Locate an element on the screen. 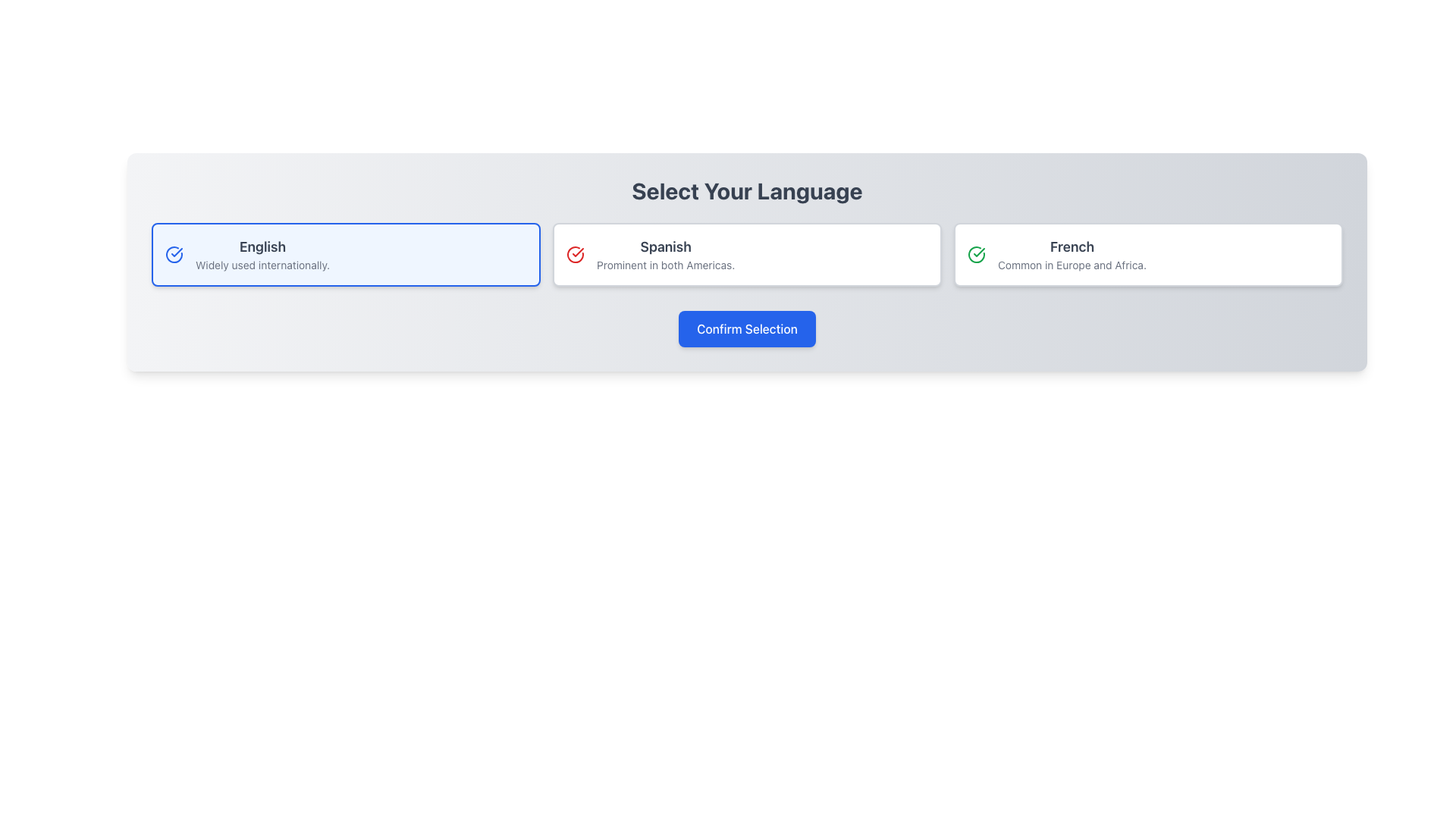 Image resolution: width=1456 pixels, height=819 pixels. the confirmation button located at the bottom of the language selection options to confirm the user's choice of language is located at coordinates (747, 328).